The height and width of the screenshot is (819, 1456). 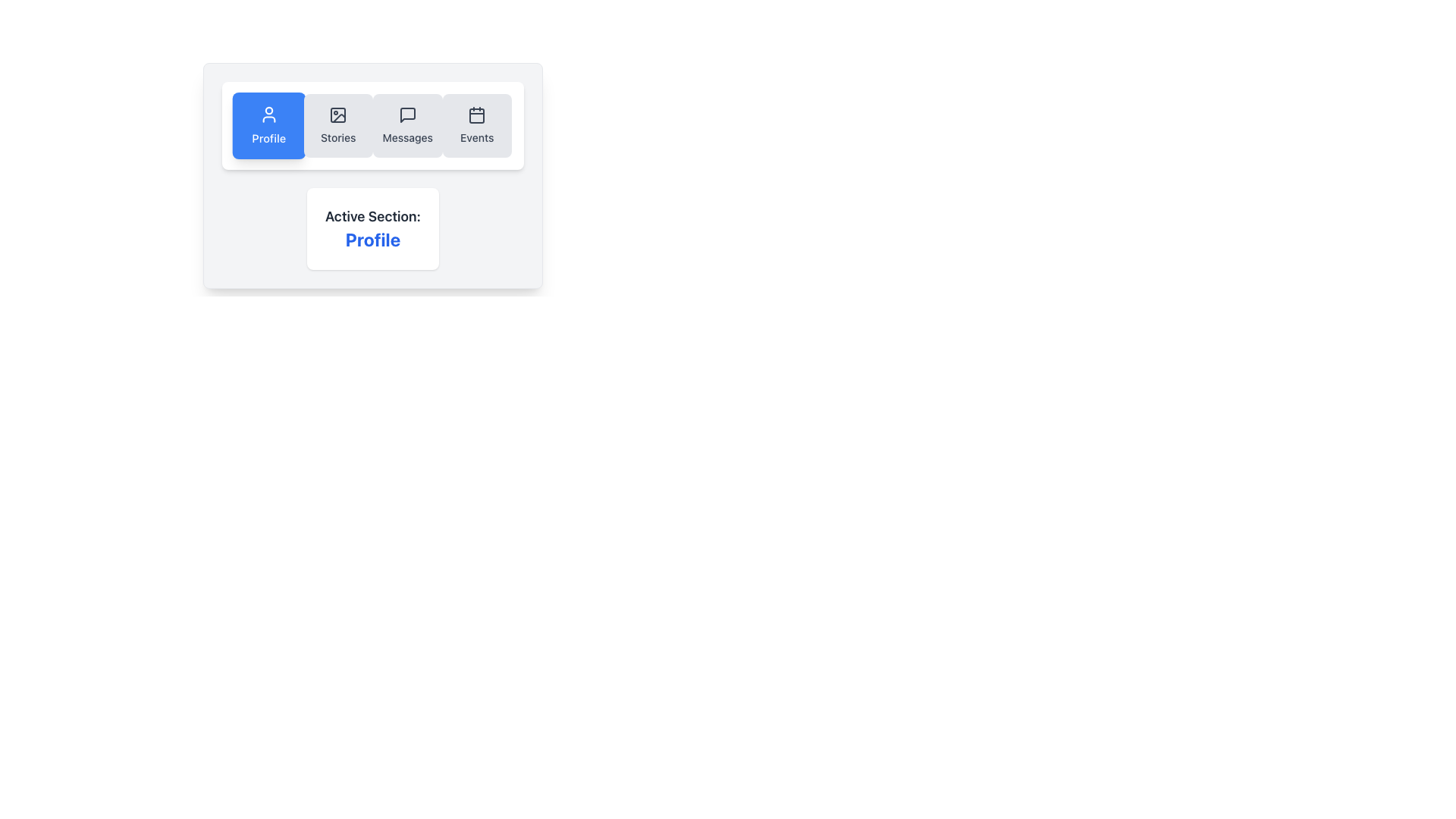 What do you see at coordinates (268, 124) in the screenshot?
I see `the 'Profile' navigational button located at the extreme left of the horizontal row of buttons` at bounding box center [268, 124].